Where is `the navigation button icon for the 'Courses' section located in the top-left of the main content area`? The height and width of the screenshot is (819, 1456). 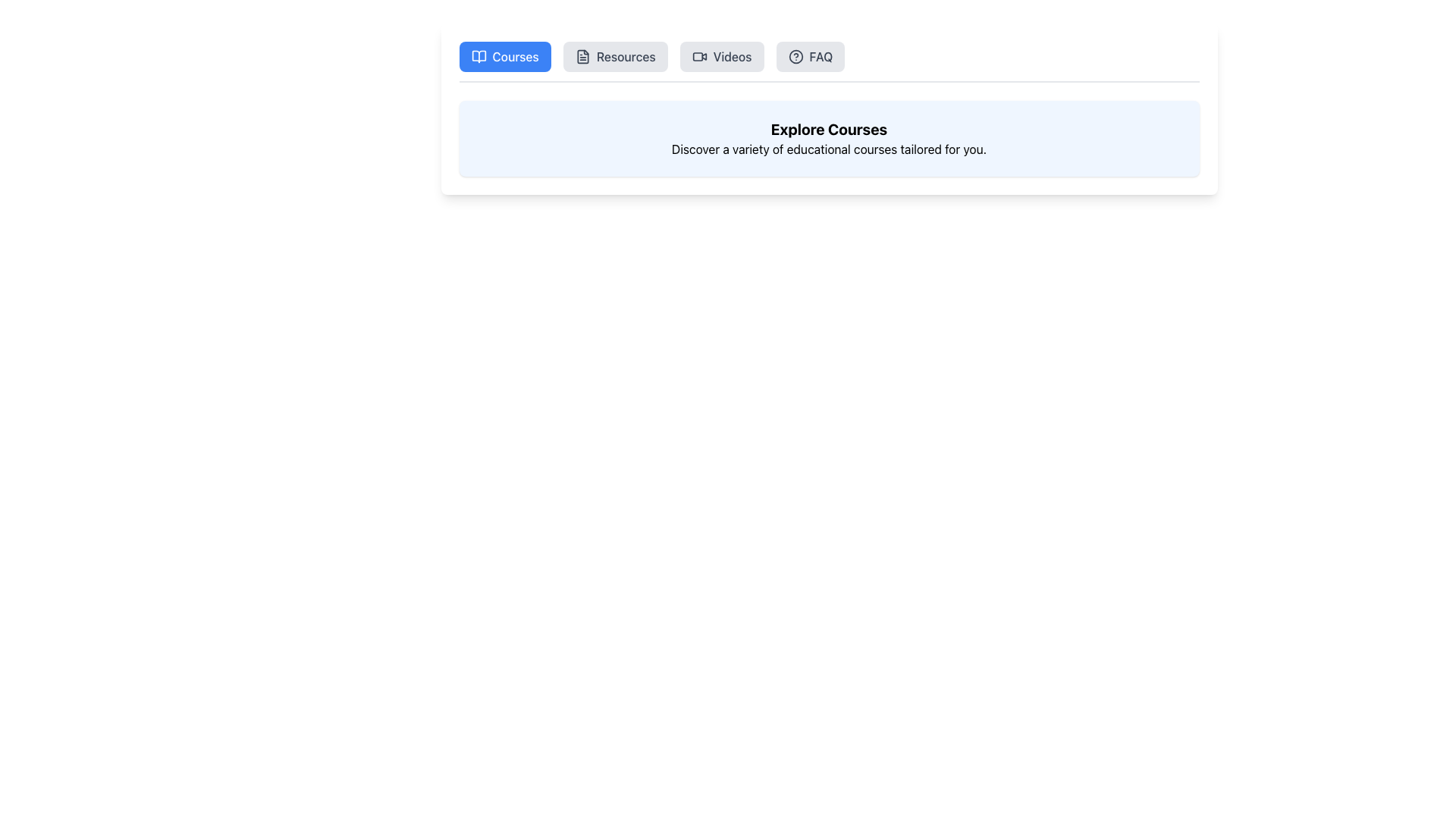 the navigation button icon for the 'Courses' section located in the top-left of the main content area is located at coordinates (478, 55).